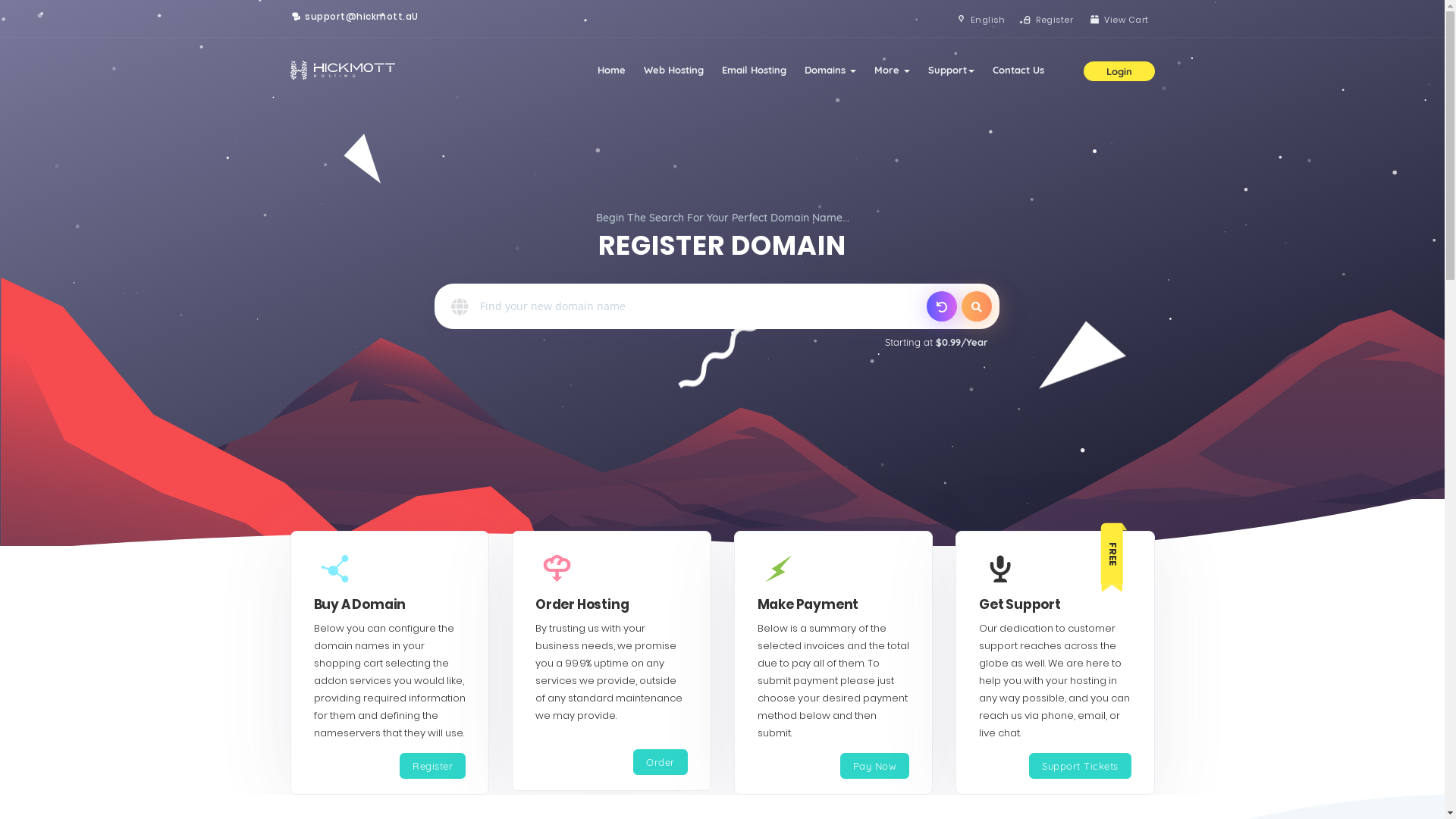 This screenshot has width=1456, height=819. Describe the element at coordinates (660, 762) in the screenshot. I see `'Order'` at that location.